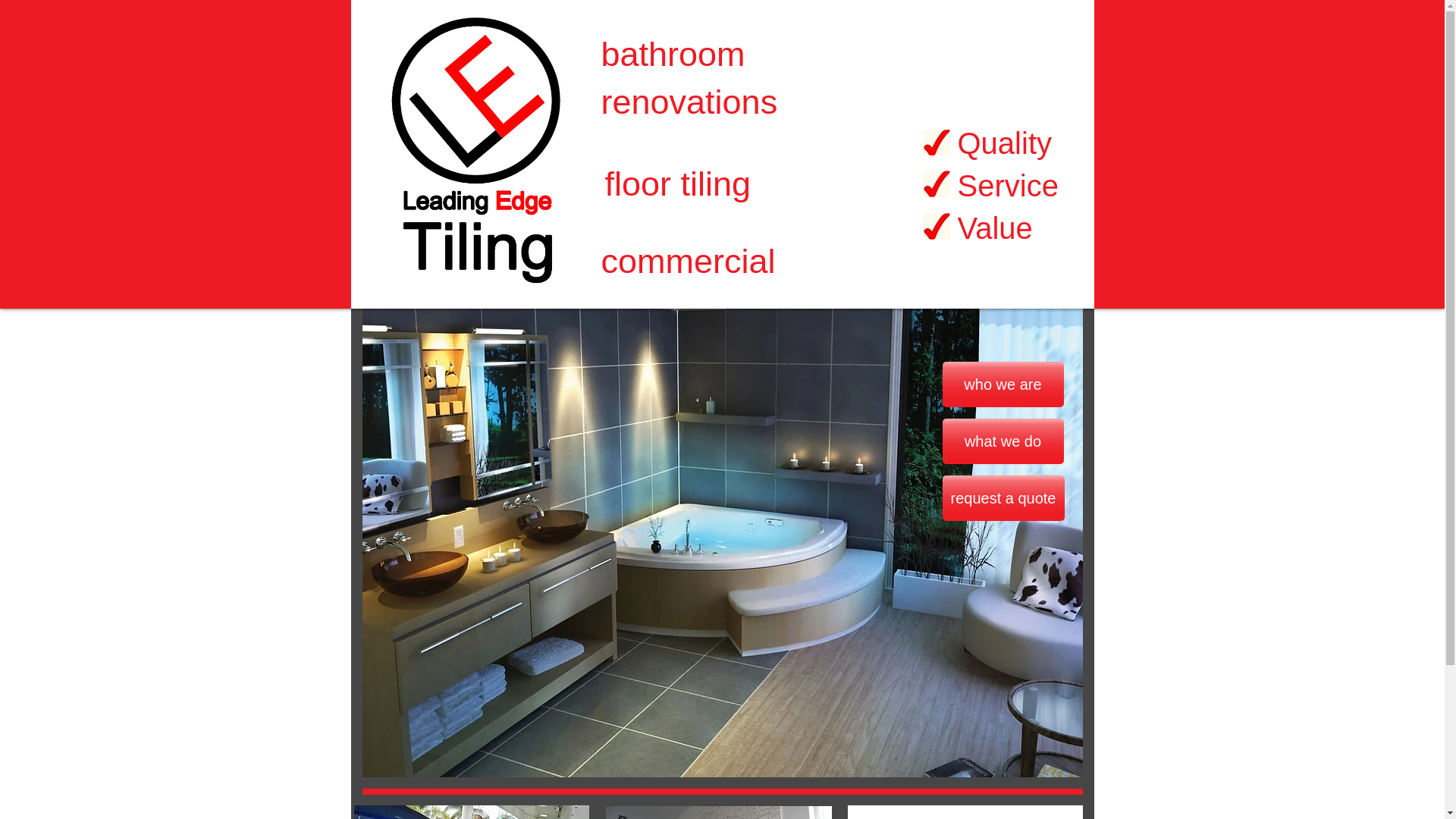 This screenshot has height=819, width=1456. Describe the element at coordinates (941, 383) in the screenshot. I see `'who we are'` at that location.